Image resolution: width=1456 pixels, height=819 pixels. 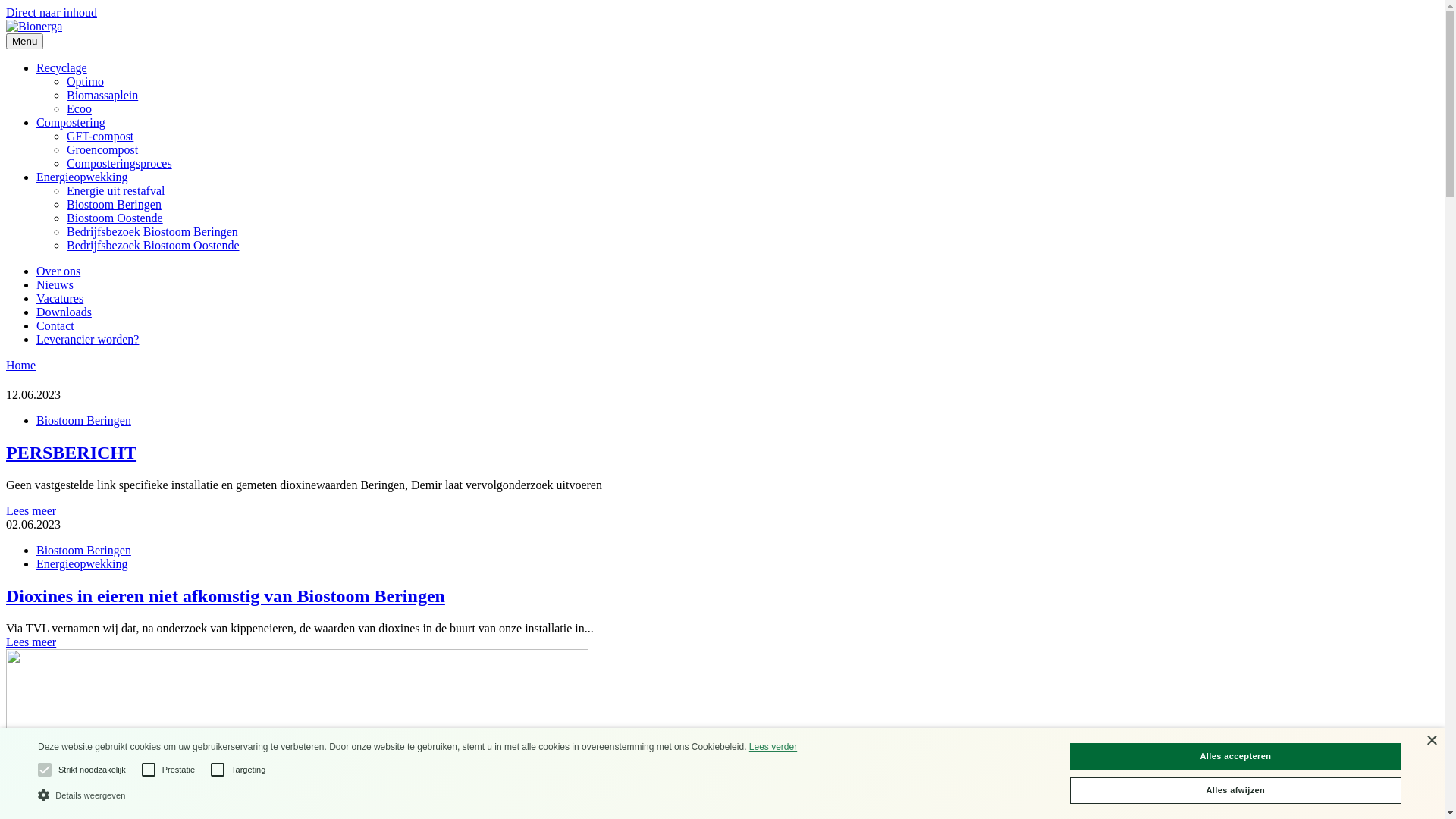 What do you see at coordinates (81, 563) in the screenshot?
I see `'Energieopwekking'` at bounding box center [81, 563].